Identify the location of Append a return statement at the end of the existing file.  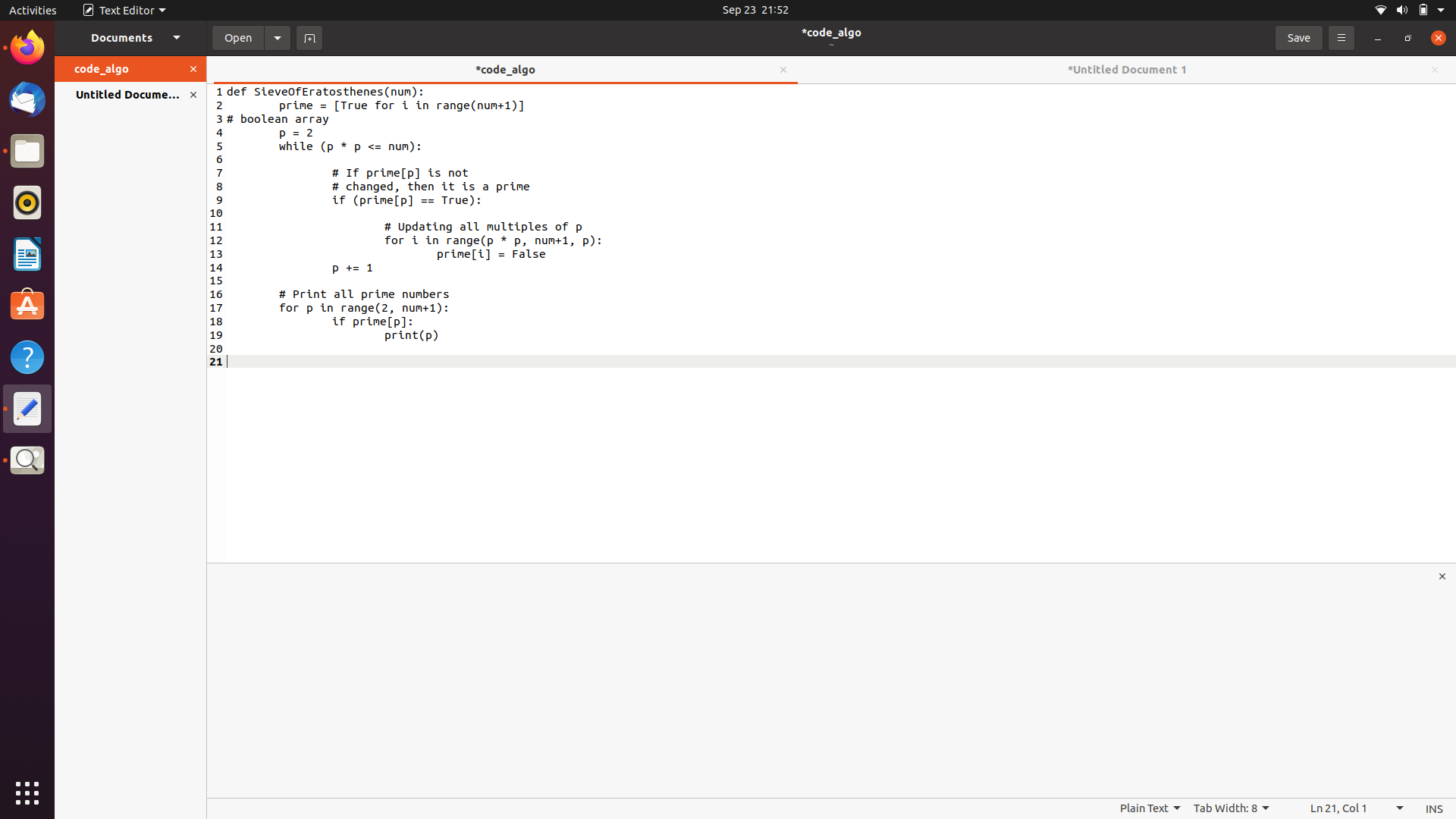
(839, 458).